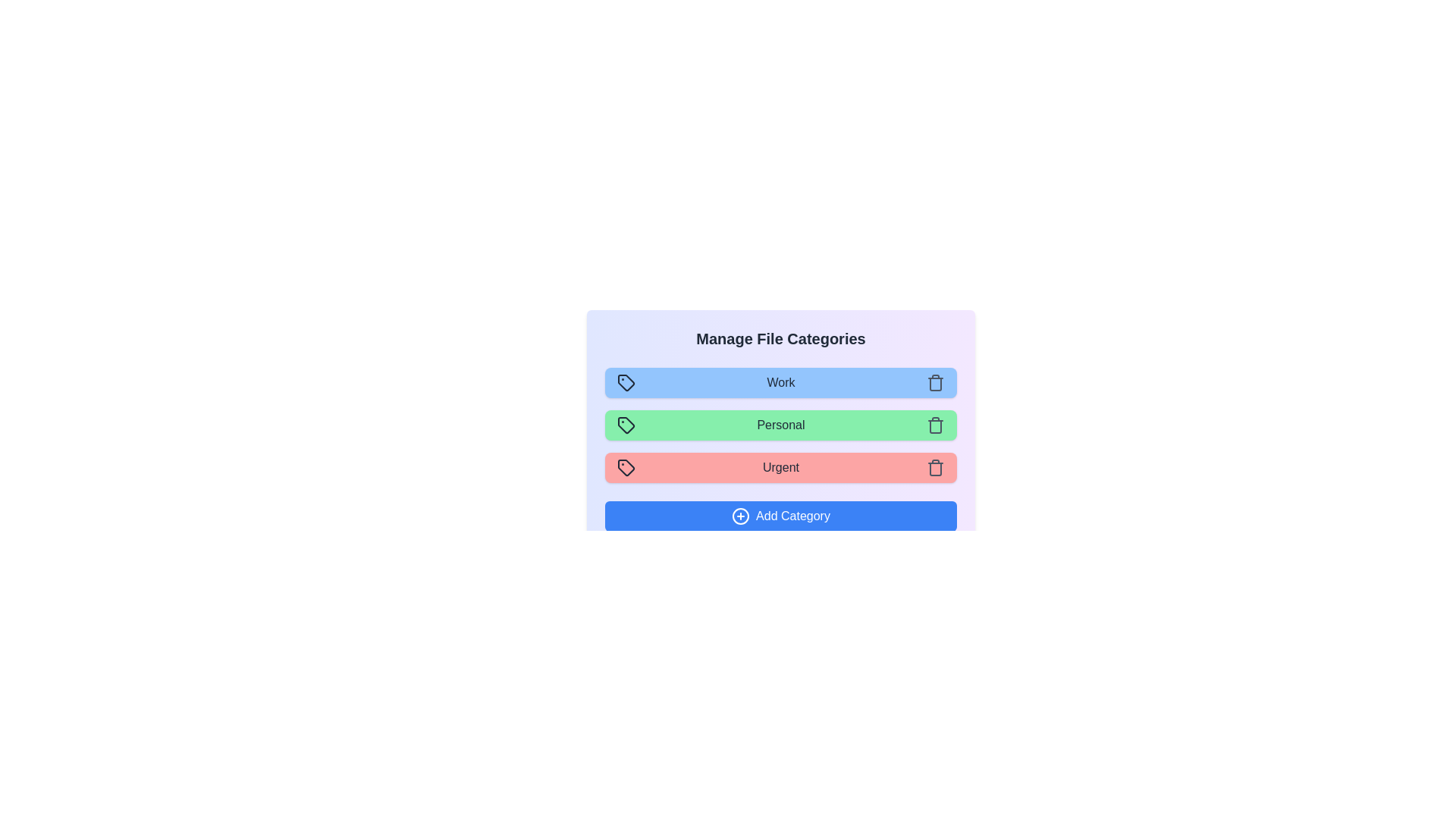  What do you see at coordinates (781, 425) in the screenshot?
I see `the category Personal to observe its hover effect` at bounding box center [781, 425].